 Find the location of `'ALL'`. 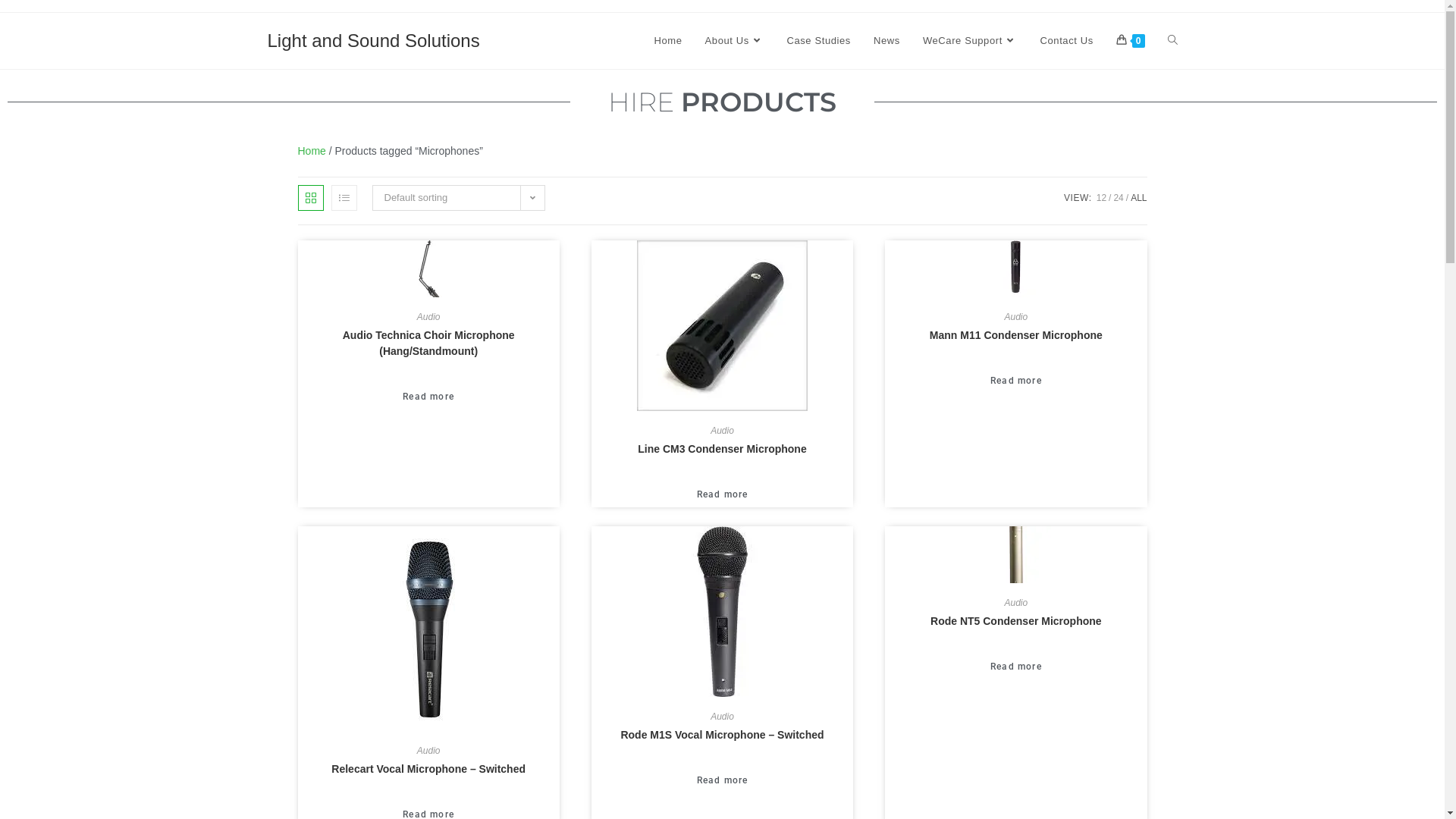

'ALL' is located at coordinates (1138, 197).